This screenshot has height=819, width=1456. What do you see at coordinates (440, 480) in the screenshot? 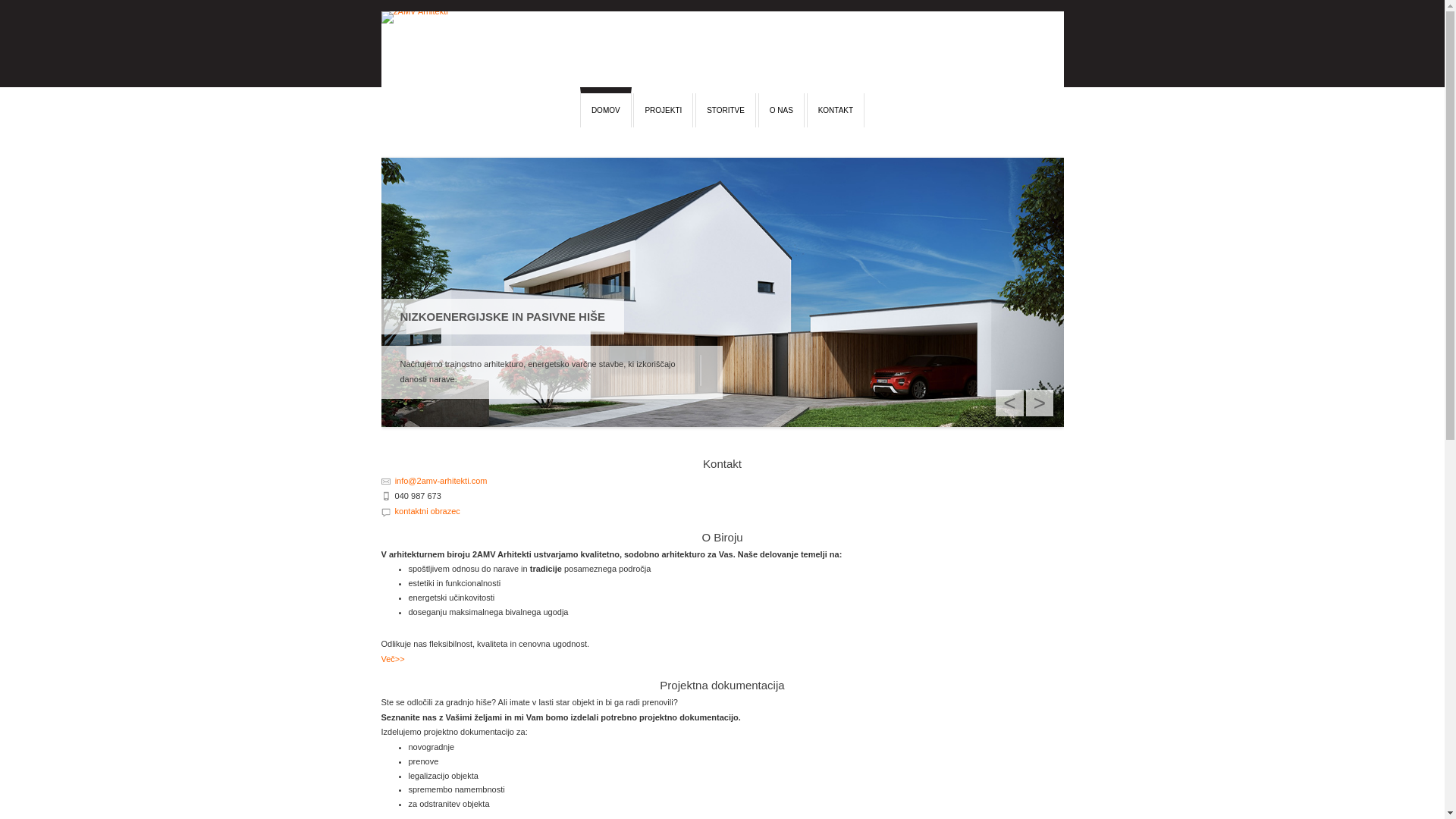
I see `'info@2amv-arhitekti.com'` at bounding box center [440, 480].